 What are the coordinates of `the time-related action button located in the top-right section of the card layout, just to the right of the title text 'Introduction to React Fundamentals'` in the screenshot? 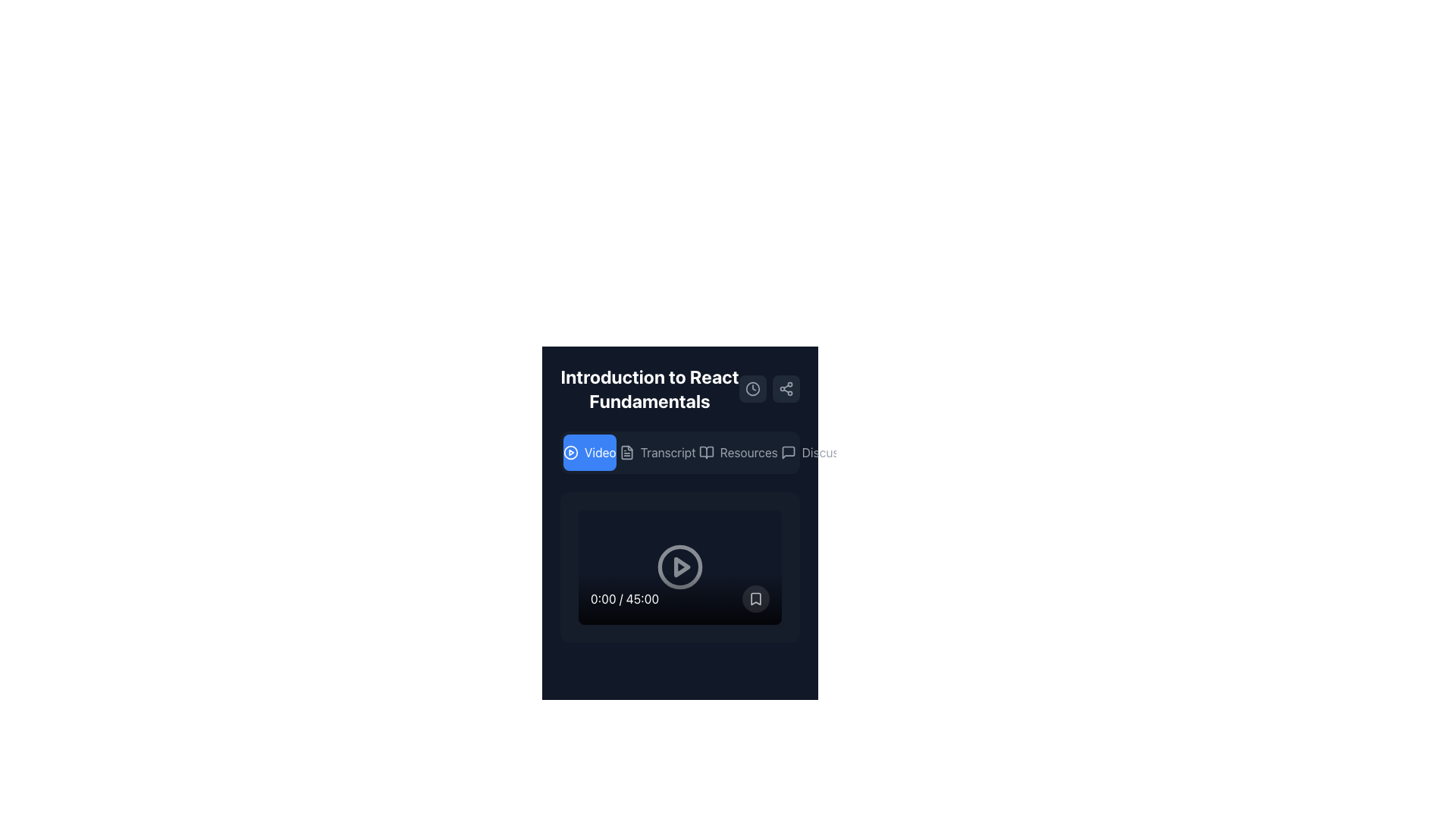 It's located at (753, 388).